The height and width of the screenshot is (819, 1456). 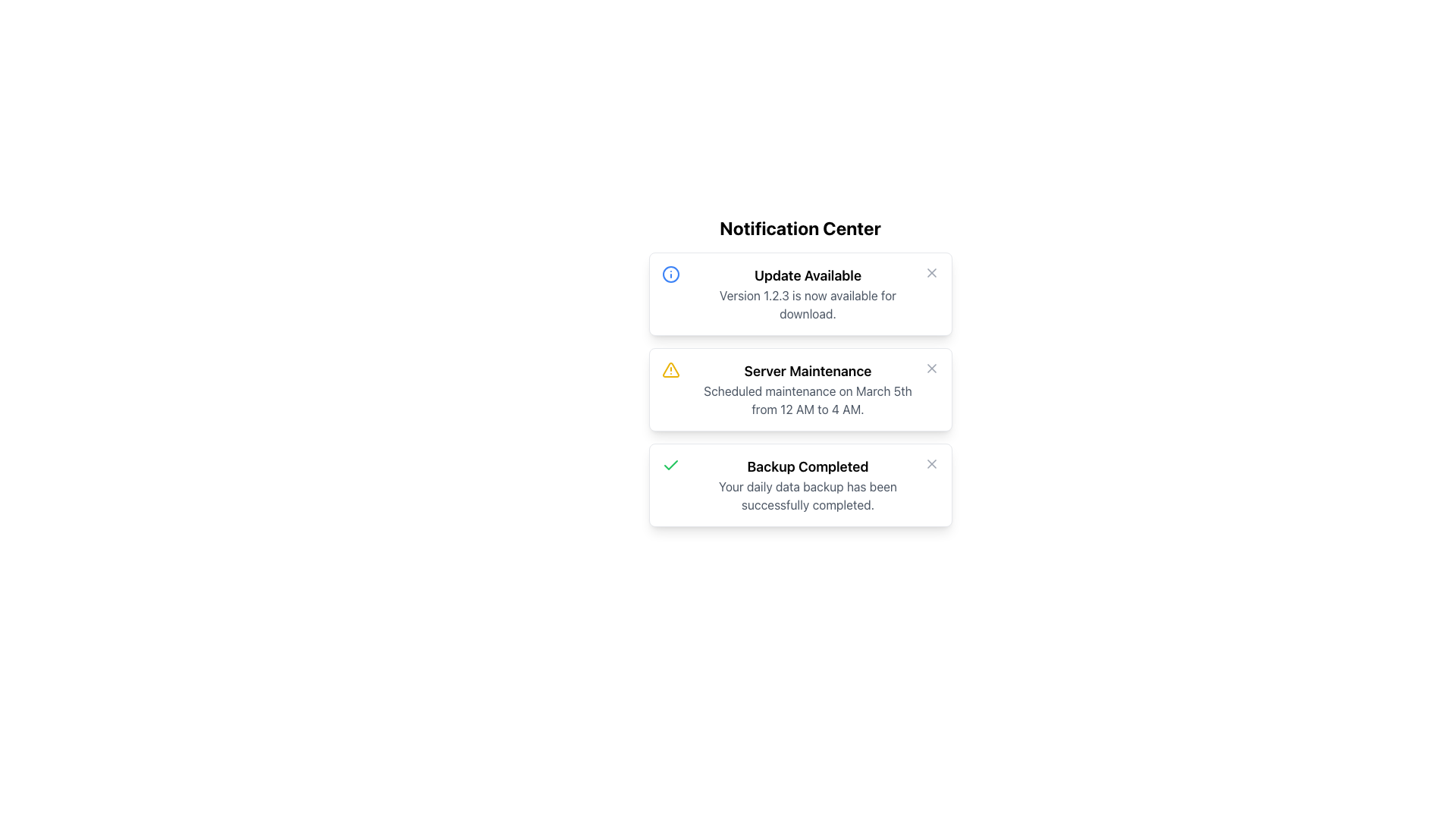 What do you see at coordinates (670, 464) in the screenshot?
I see `visual confirmation indicator icon that symbolizes the successful completion of a process, specifically referenced by the text 'Backup Completed', located in the third card of a vertical stack of notification cards` at bounding box center [670, 464].